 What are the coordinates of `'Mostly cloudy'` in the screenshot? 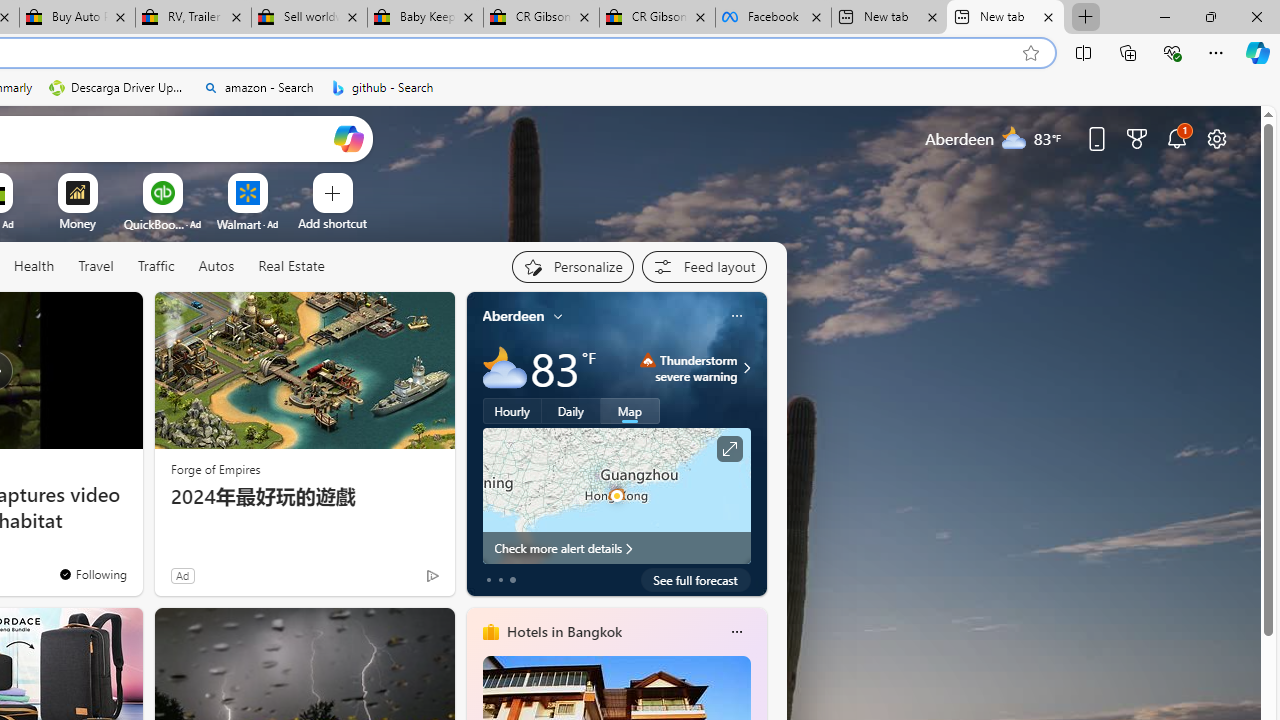 It's located at (504, 368).